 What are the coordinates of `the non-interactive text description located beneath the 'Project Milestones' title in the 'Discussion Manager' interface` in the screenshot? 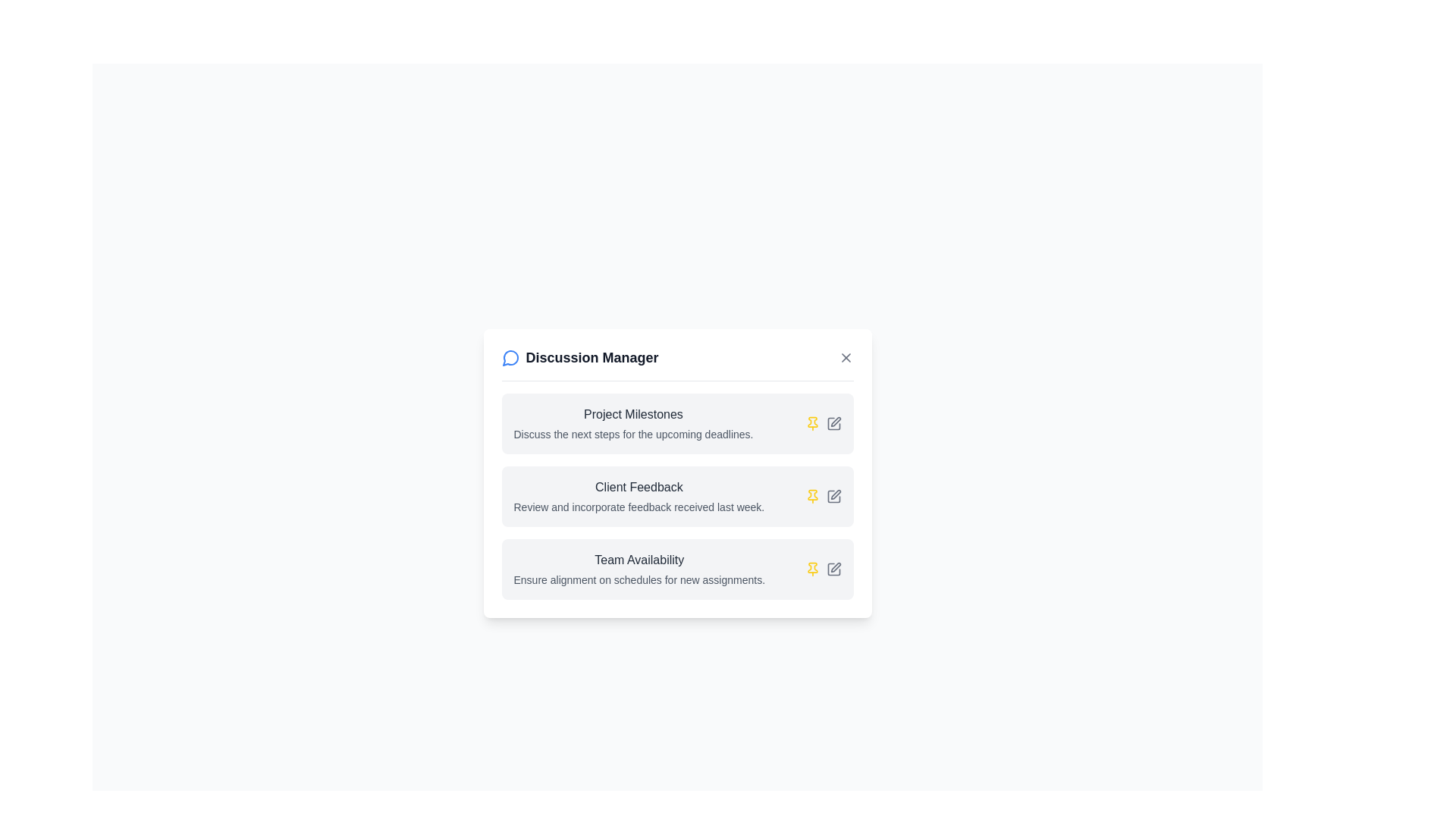 It's located at (633, 434).